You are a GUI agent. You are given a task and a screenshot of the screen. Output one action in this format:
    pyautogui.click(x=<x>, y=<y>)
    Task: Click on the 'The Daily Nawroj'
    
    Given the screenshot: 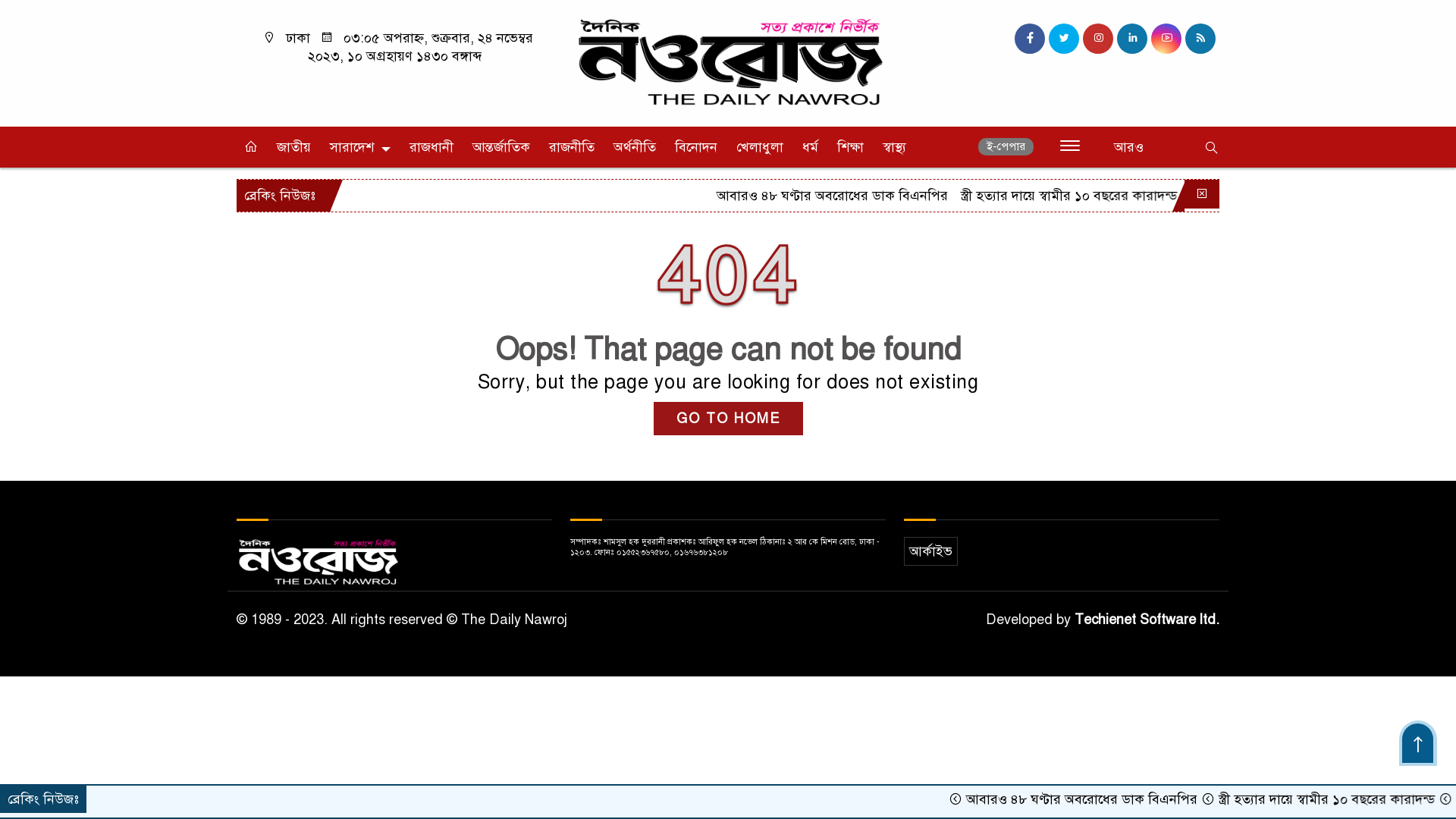 What is the action you would take?
    pyautogui.click(x=728, y=61)
    